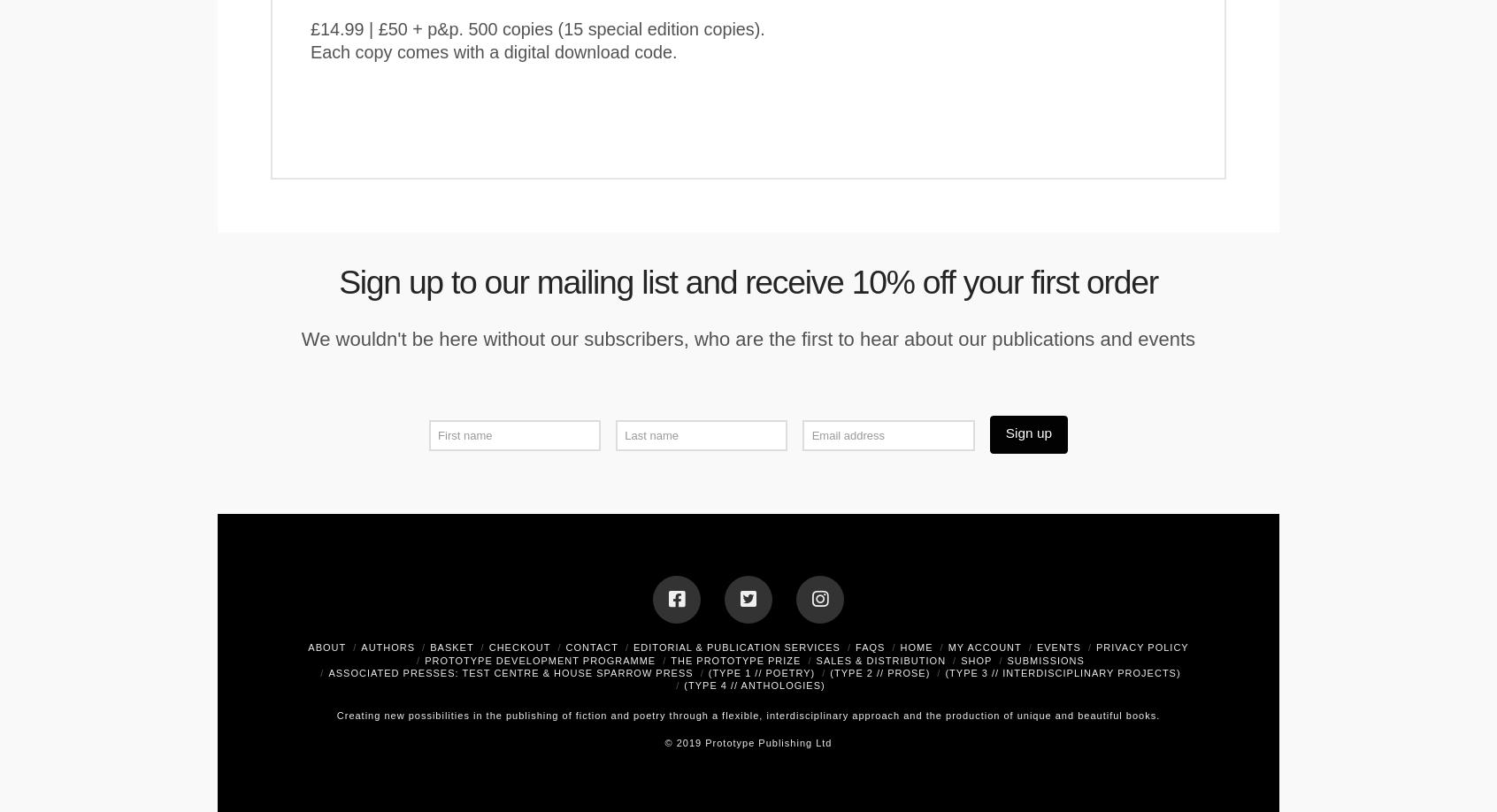 The width and height of the screenshot is (1497, 812). I want to click on 'Home', so click(915, 647).